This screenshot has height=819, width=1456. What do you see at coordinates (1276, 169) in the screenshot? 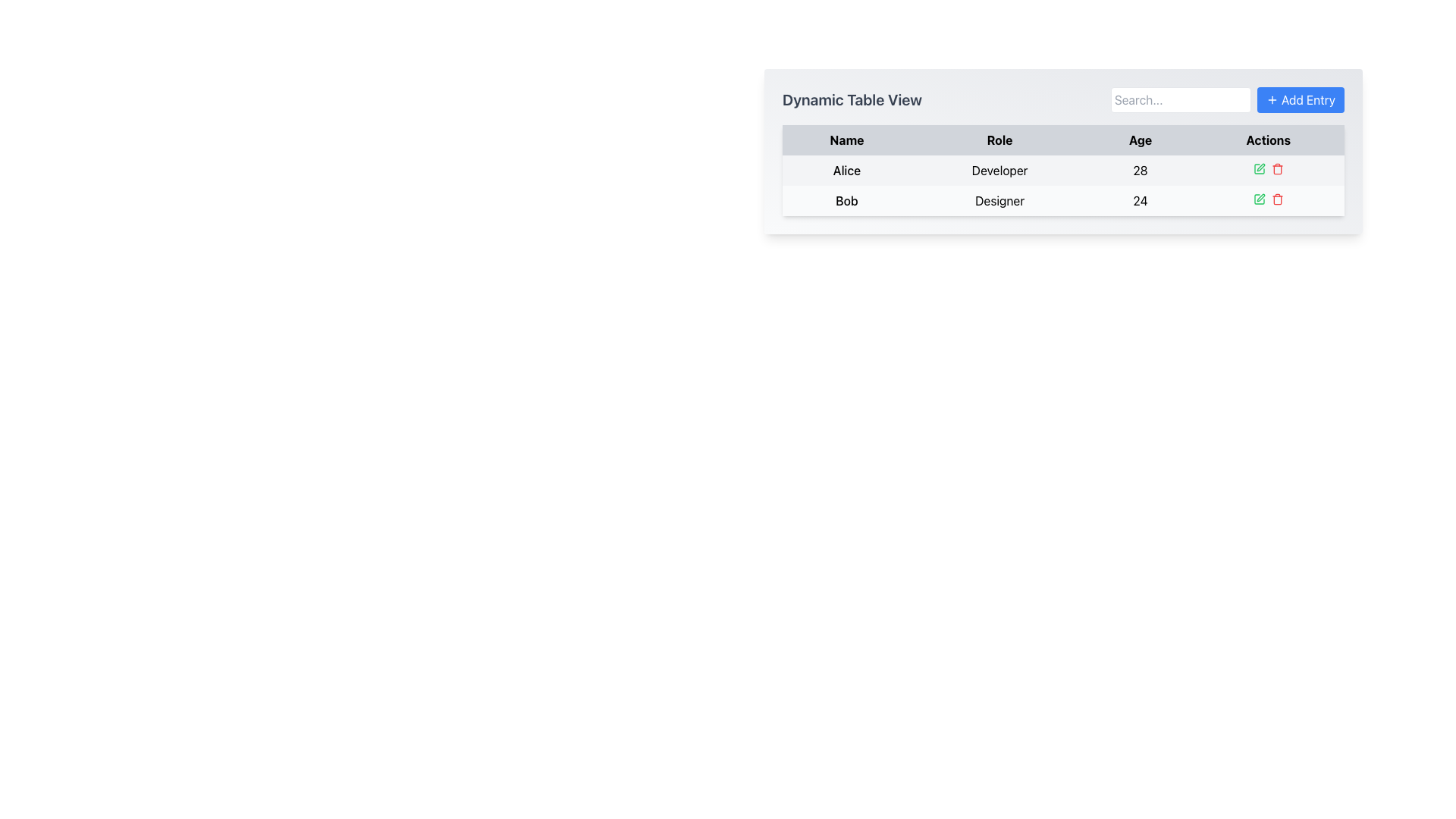
I see `the trash can icon button` at bounding box center [1276, 169].